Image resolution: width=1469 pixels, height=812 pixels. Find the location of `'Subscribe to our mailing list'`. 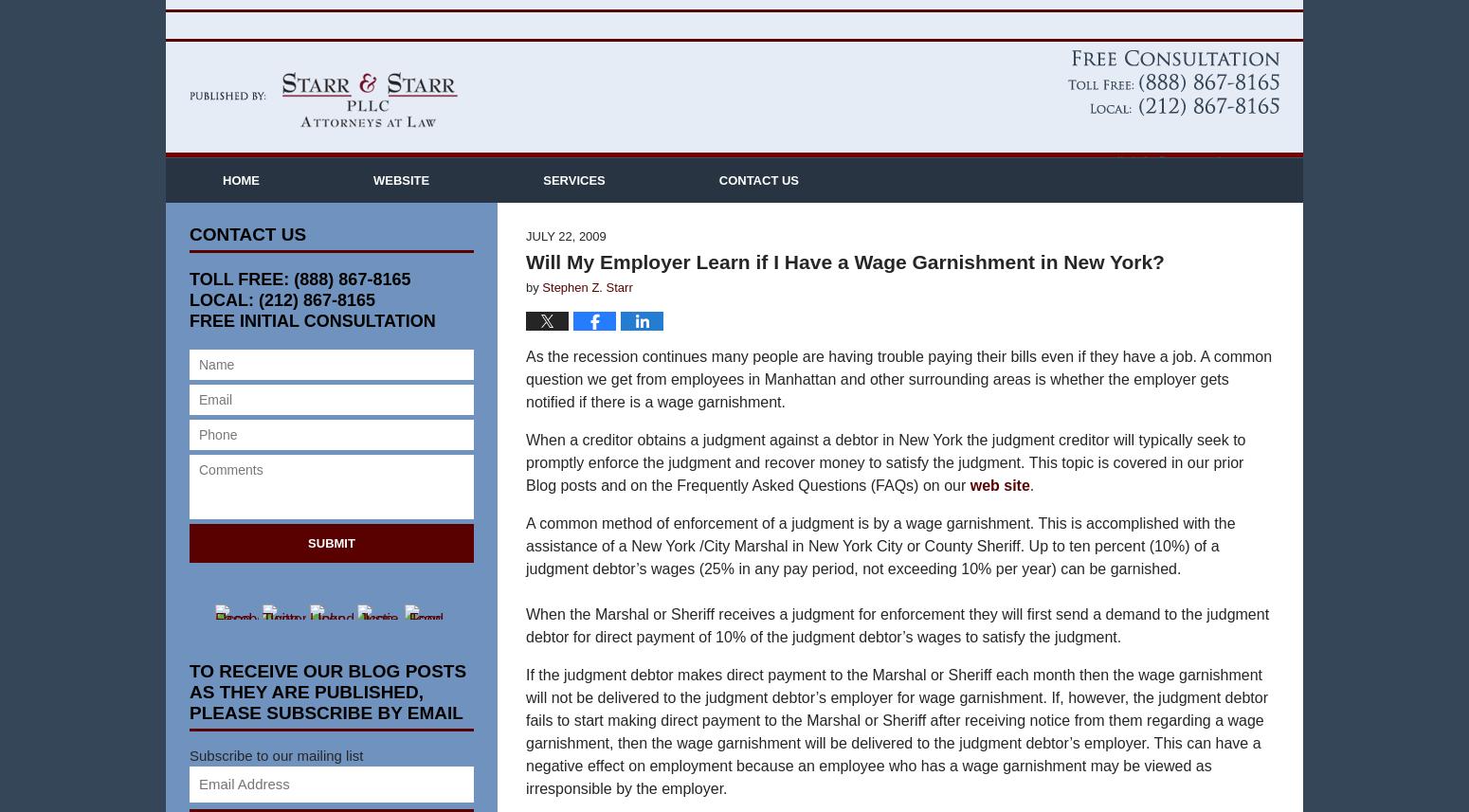

'Subscribe to our mailing list' is located at coordinates (276, 784).